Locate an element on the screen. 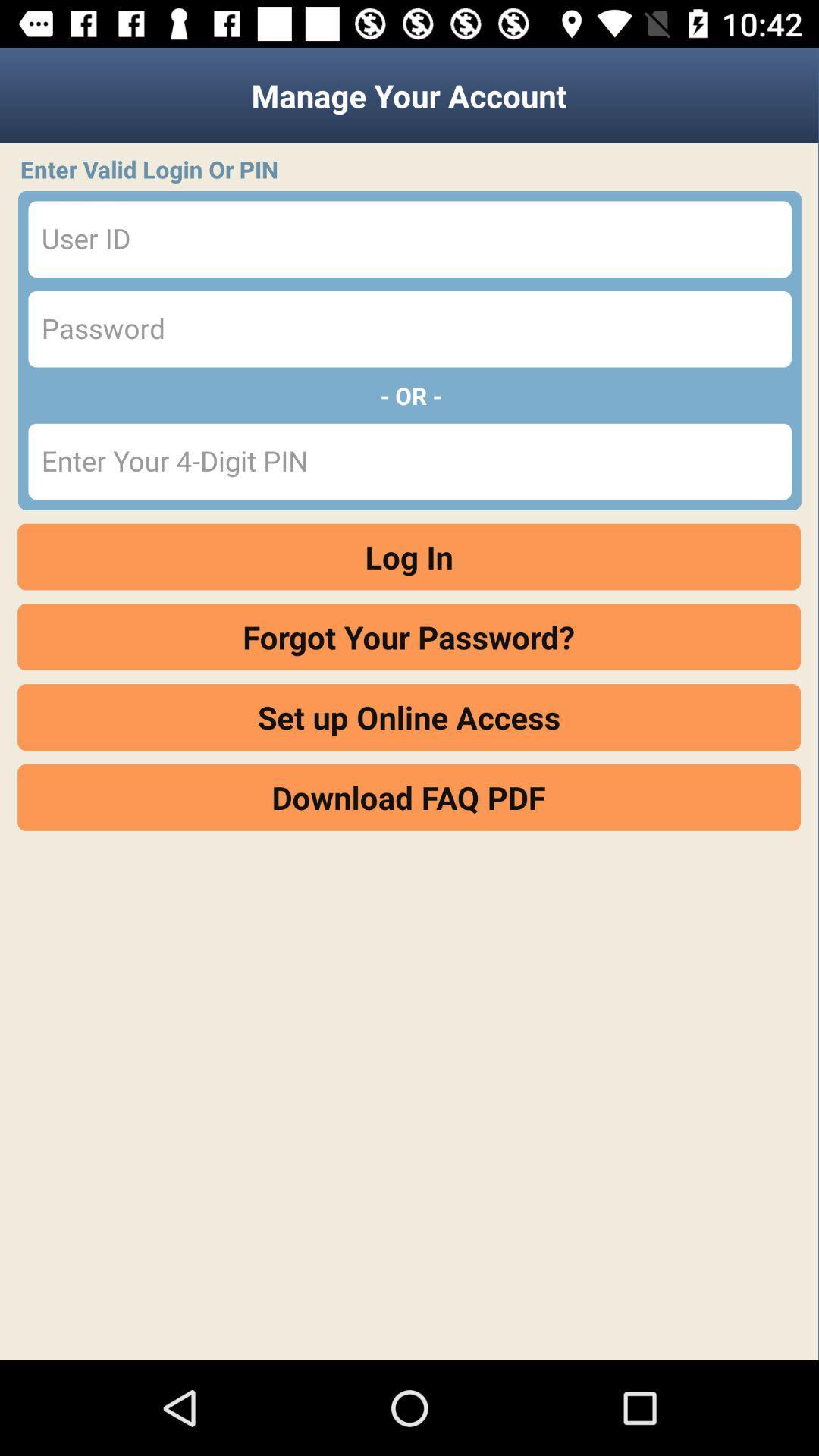 The image size is (819, 1456). the icon above the enter valid login icon is located at coordinates (408, 95).